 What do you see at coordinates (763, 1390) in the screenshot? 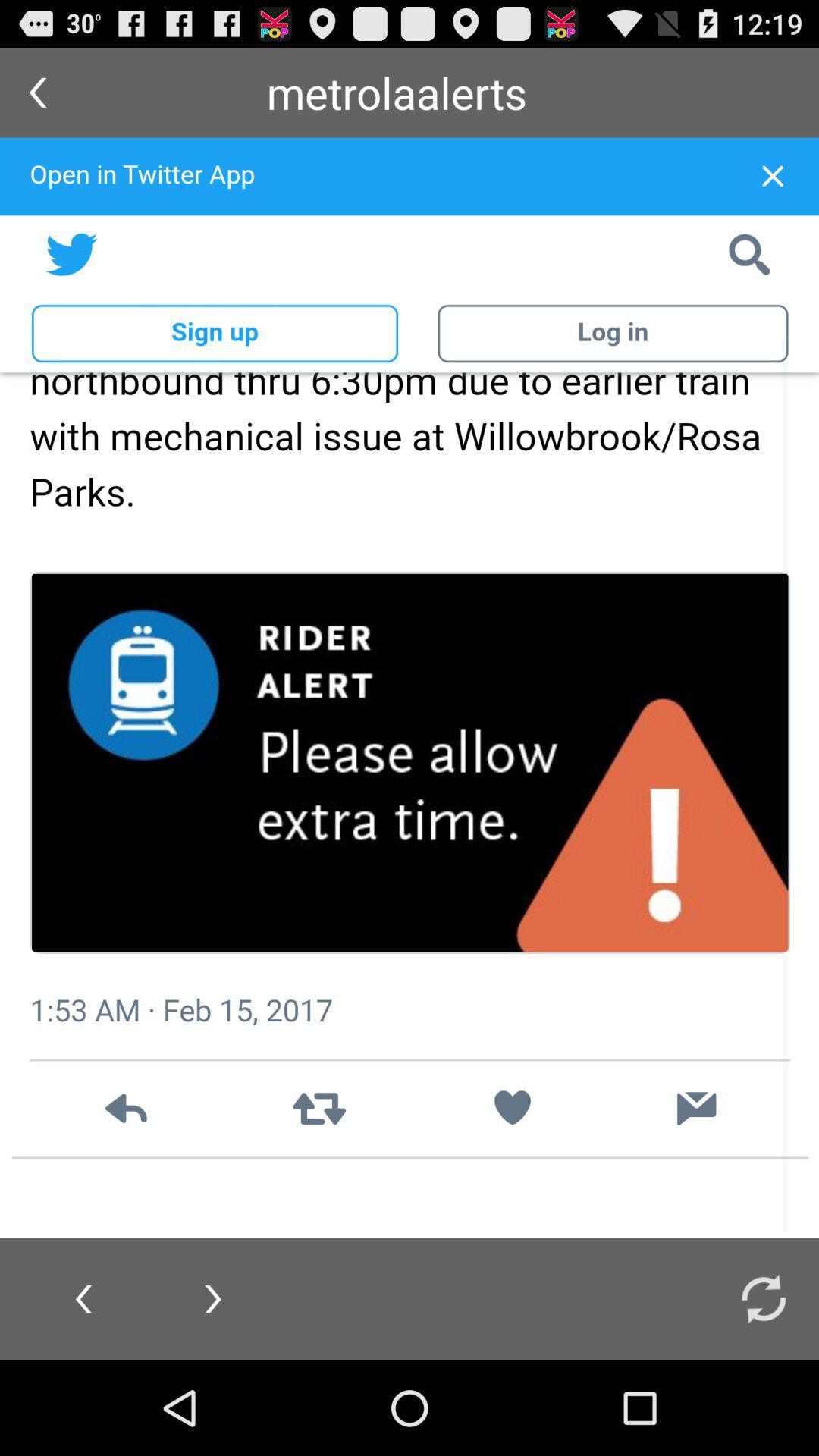
I see `the refresh icon` at bounding box center [763, 1390].